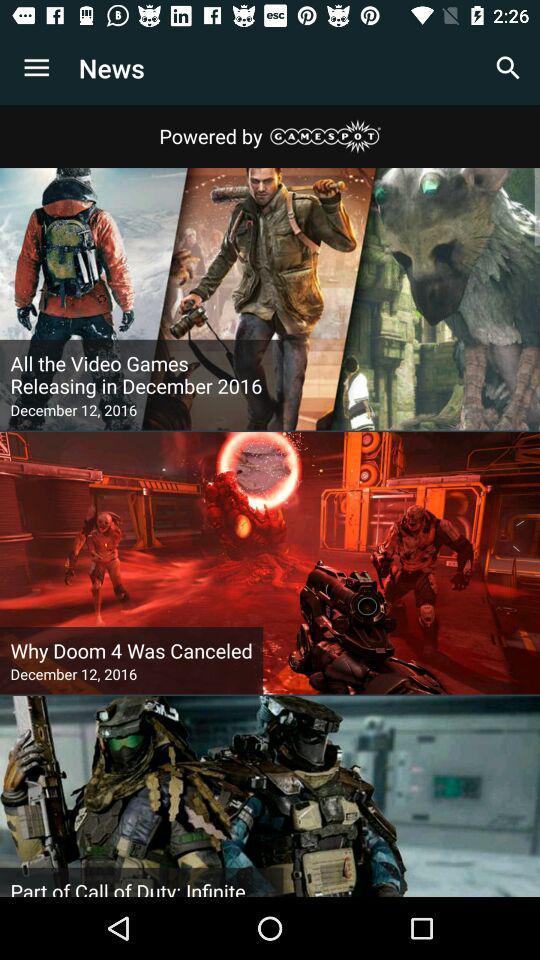 The image size is (540, 960). What do you see at coordinates (508, 68) in the screenshot?
I see `item at the top right corner` at bounding box center [508, 68].